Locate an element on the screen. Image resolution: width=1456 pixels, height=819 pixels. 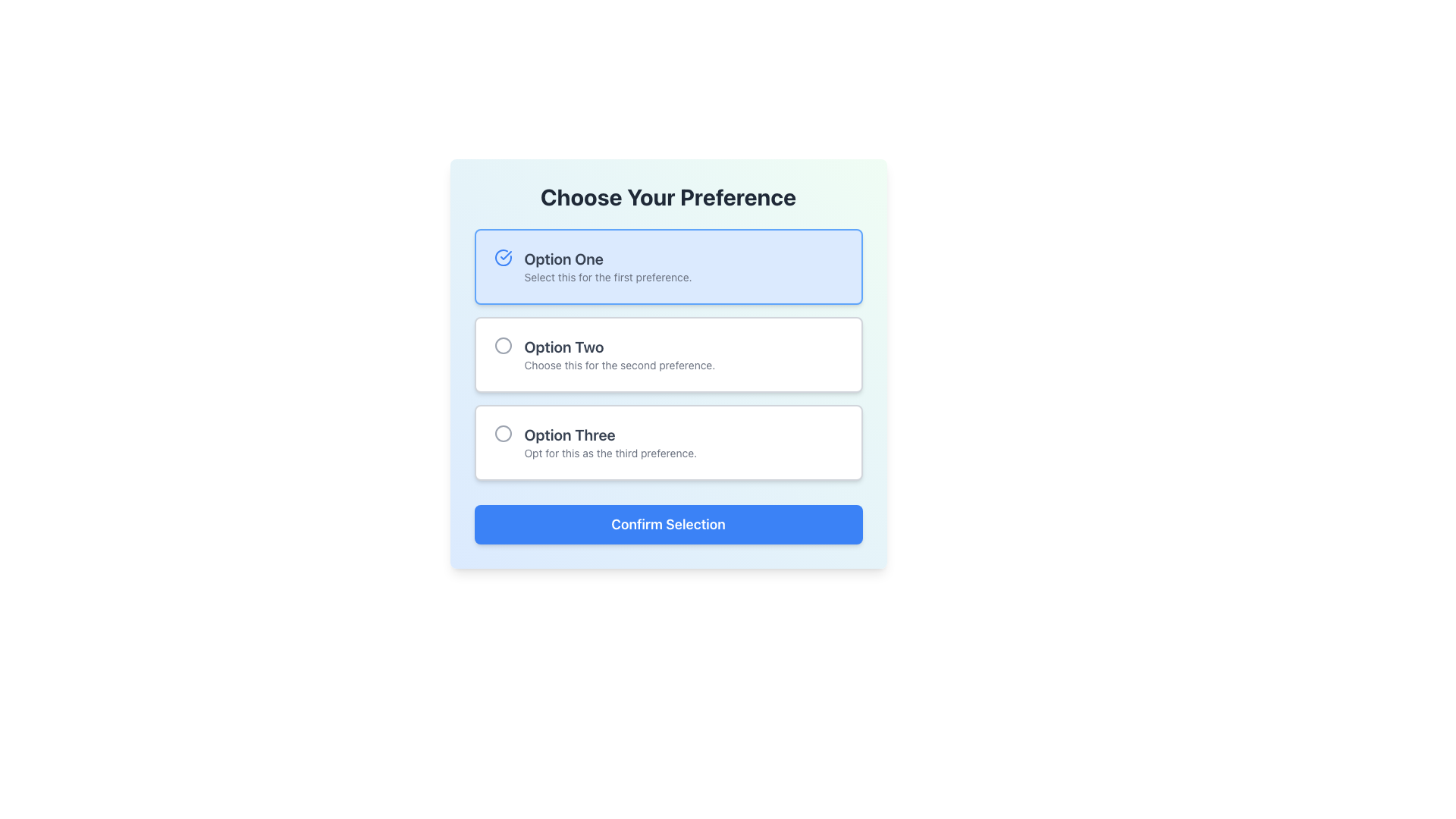
the descriptive text element that provides additional information for the 'Option Two' choice, located centrally in the layout under 'Option Two' is located at coordinates (620, 366).